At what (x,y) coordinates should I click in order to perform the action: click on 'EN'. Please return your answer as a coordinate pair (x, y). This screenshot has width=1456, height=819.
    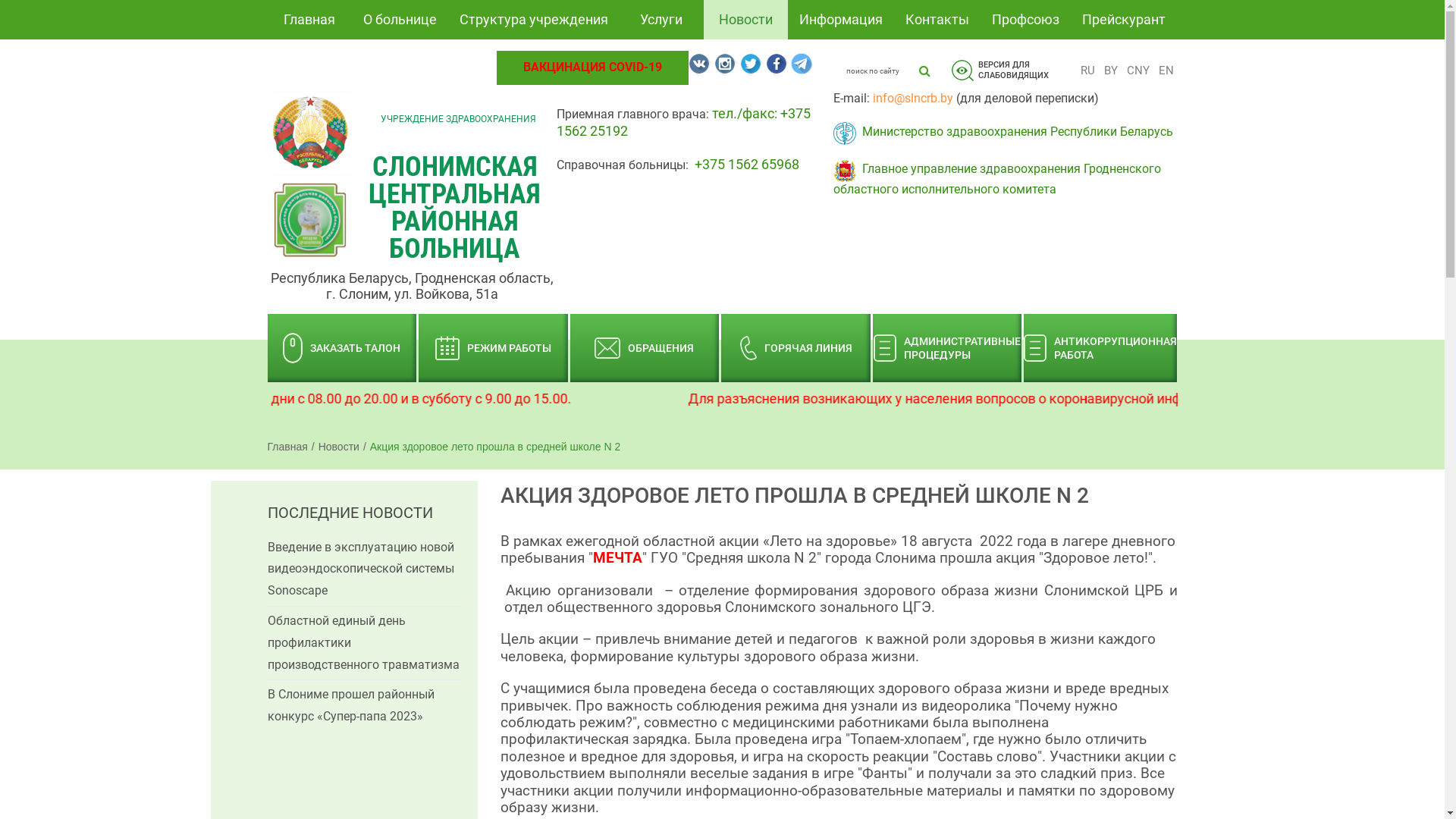
    Looking at the image, I should click on (1153, 70).